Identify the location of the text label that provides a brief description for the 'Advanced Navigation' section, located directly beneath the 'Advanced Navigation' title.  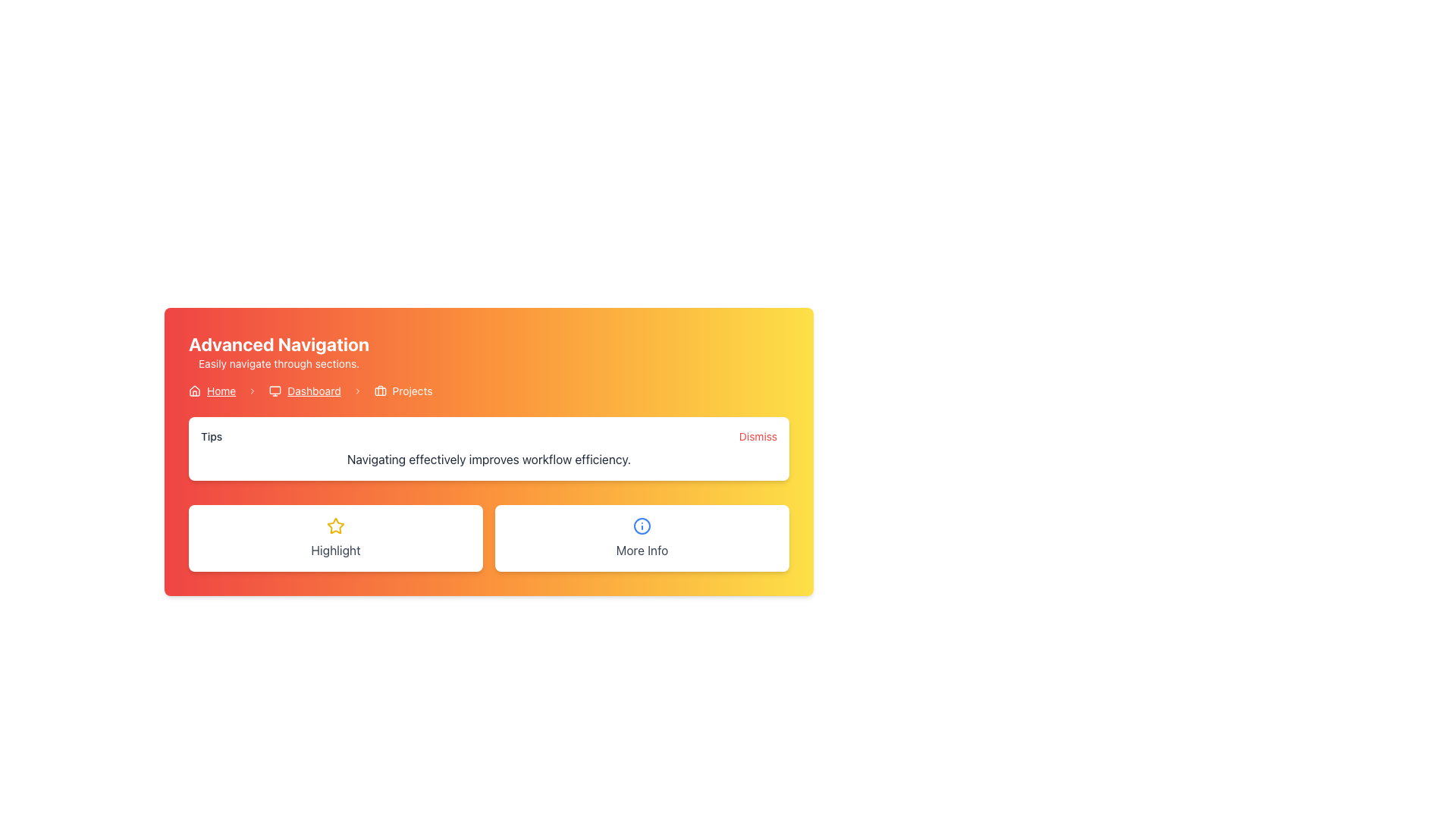
(279, 363).